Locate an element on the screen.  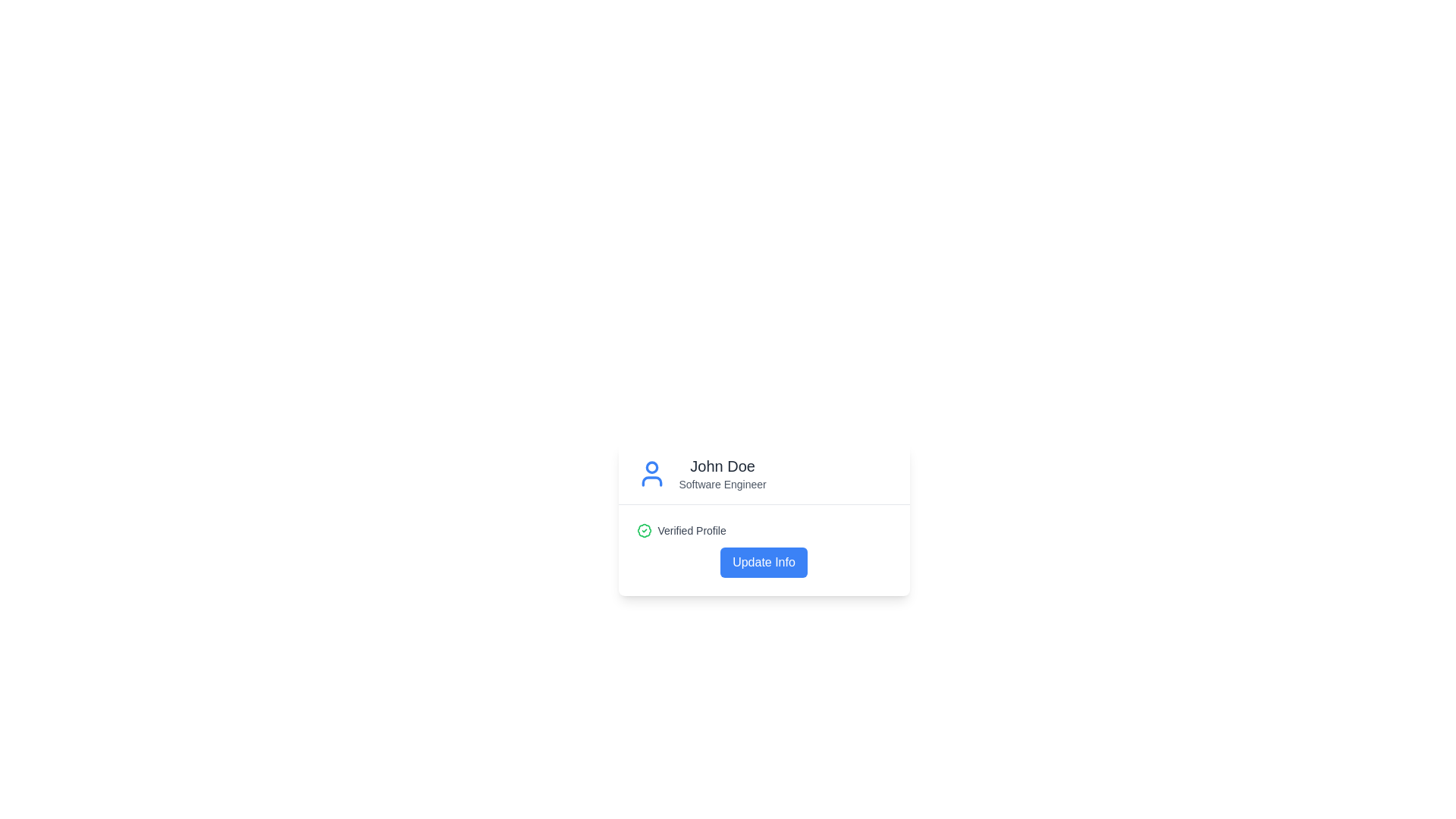
the text label indicating that the profile has been verified, which is positioned to the immediate right of the green badge icon is located at coordinates (691, 529).